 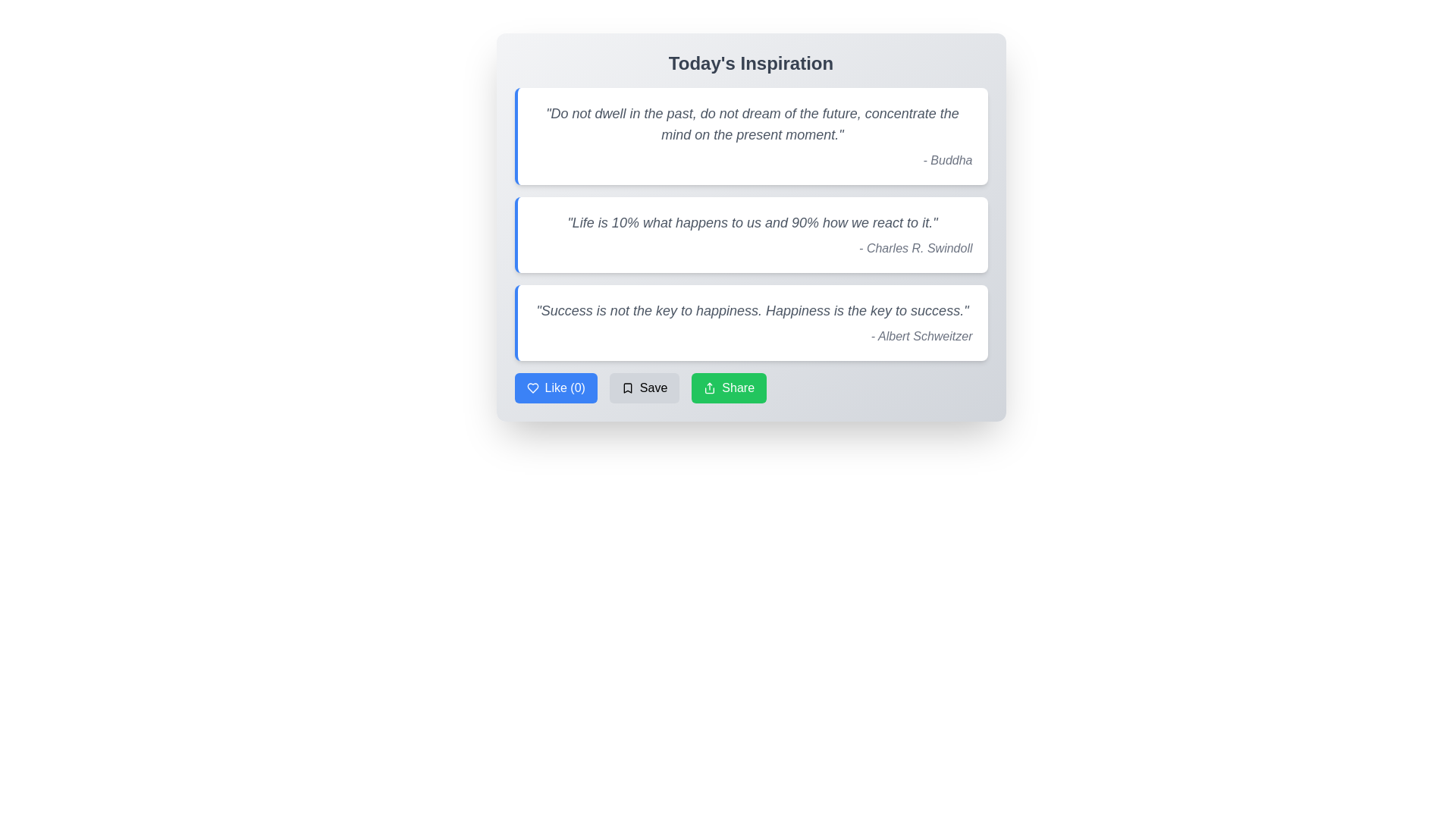 I want to click on the second motivational quote block, which is located between the quotes by Buddha and Albert Schweitzer, so click(x=751, y=234).